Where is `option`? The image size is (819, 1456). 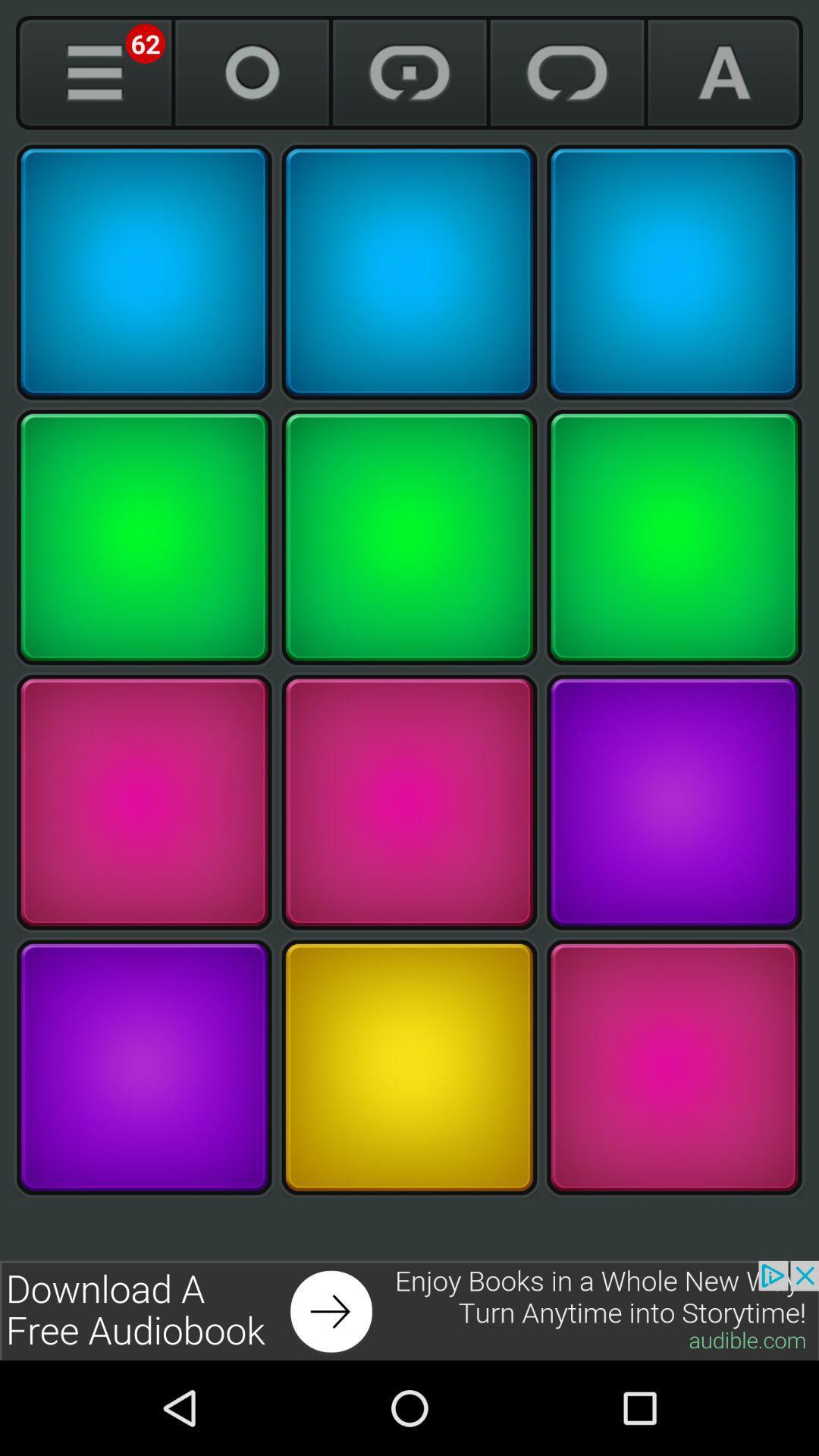 option is located at coordinates (144, 272).